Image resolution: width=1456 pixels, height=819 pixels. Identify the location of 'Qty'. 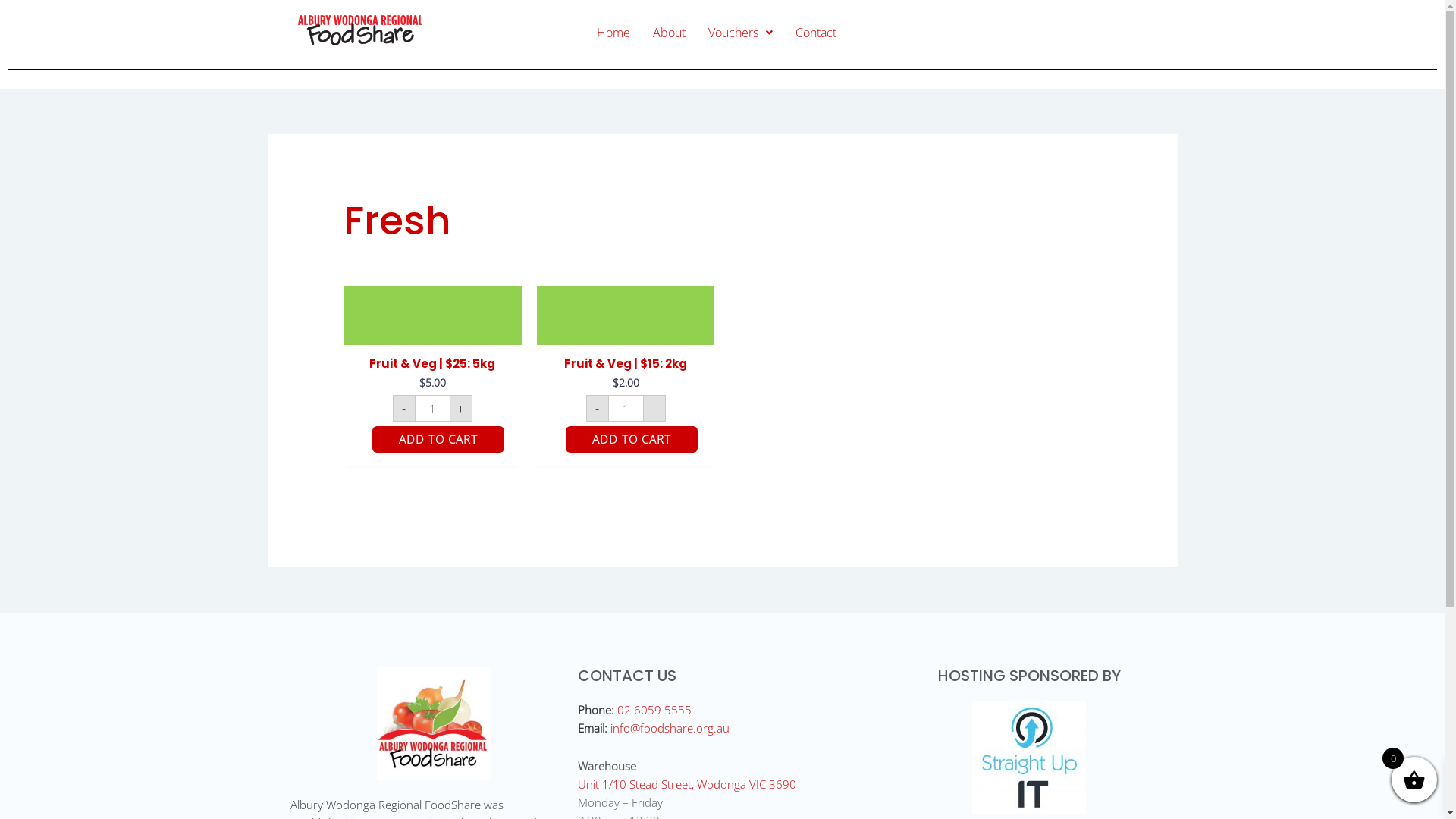
(625, 407).